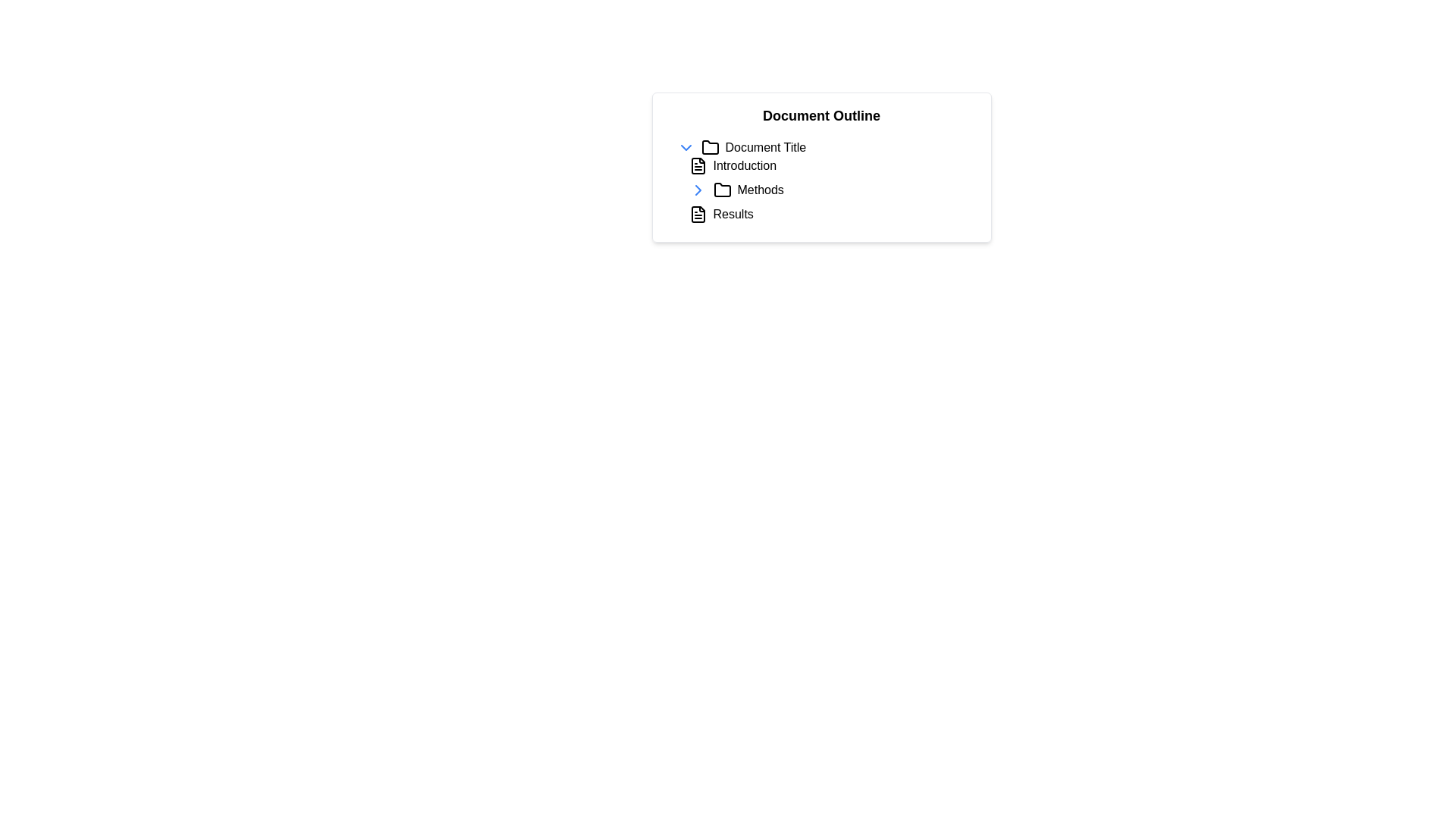  I want to click on the 'Introduction' icon in the Document Outline, so click(697, 166).